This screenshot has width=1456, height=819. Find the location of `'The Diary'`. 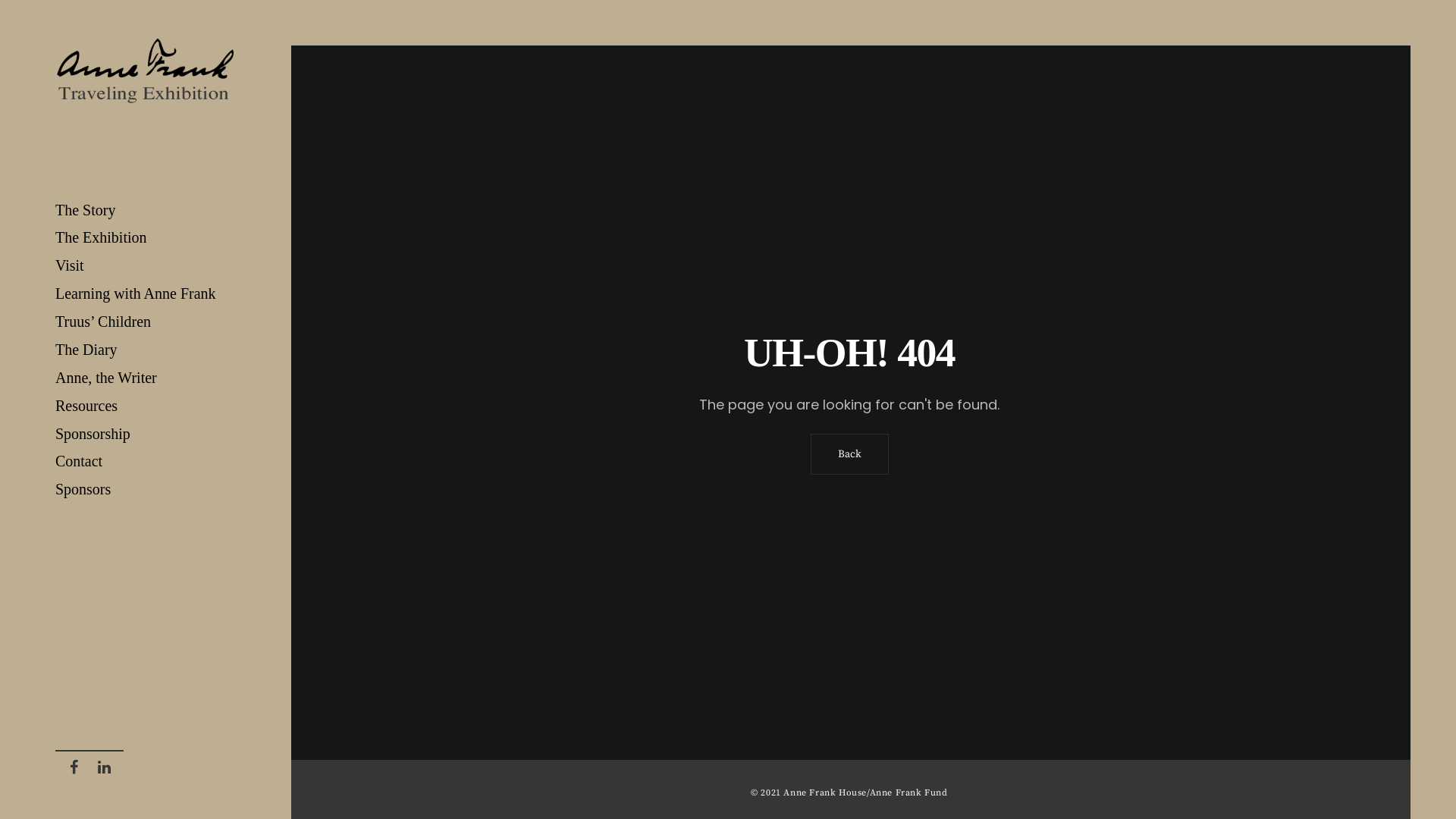

'The Diary' is located at coordinates (55, 350).